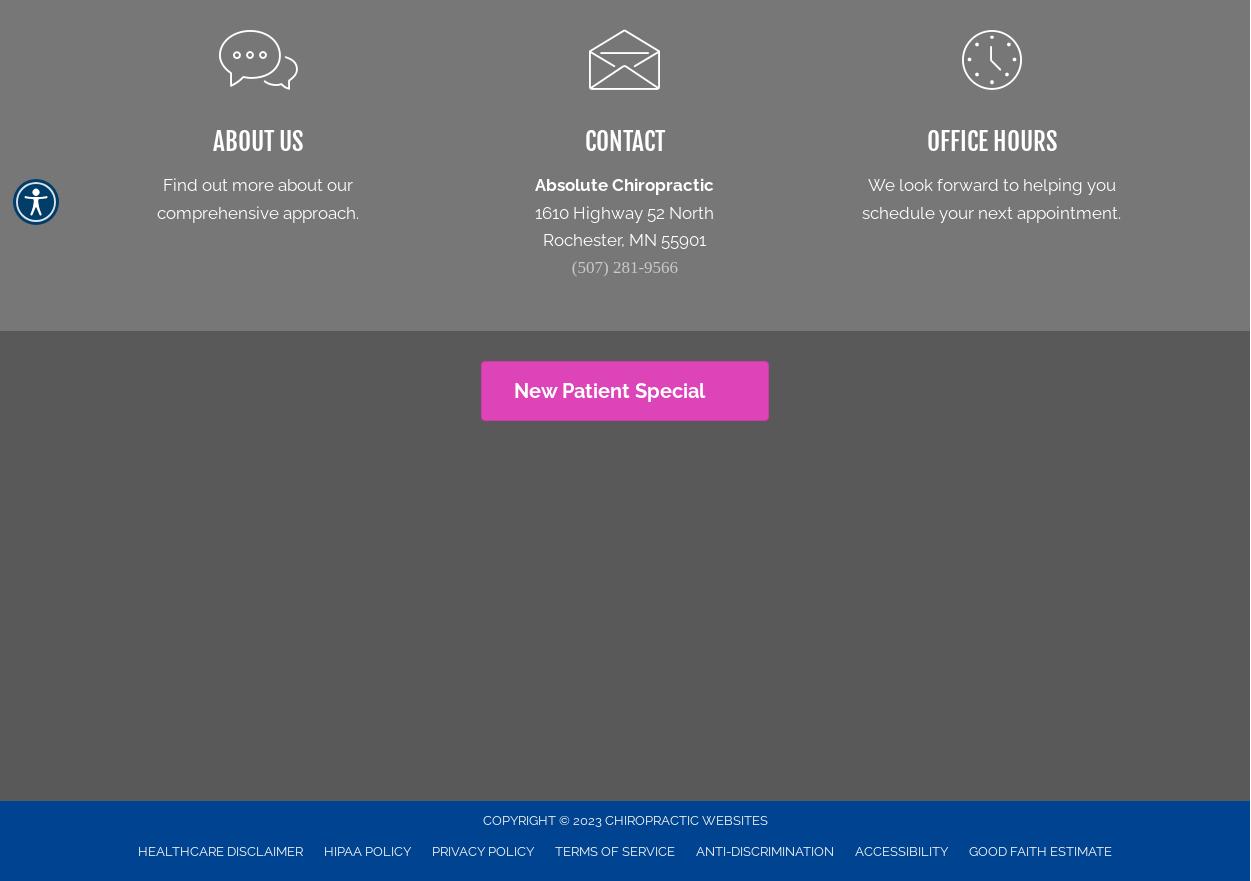 The image size is (1251, 881). I want to click on 'We look forward to helping you', so click(991, 185).